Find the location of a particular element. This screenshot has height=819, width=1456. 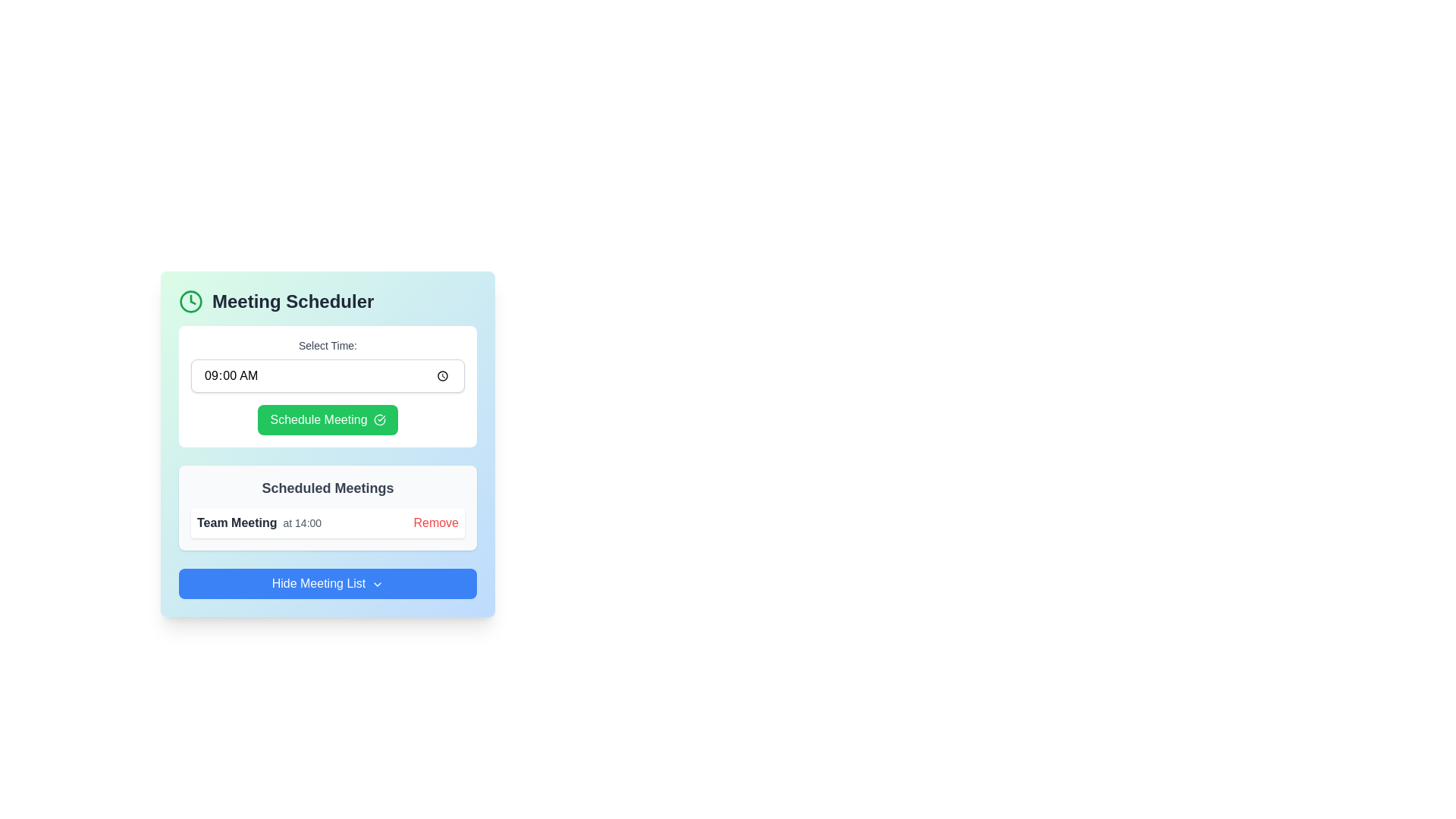

the circular graphical element representing the body of a clock icon in the SVG image, which is located at the center of the clock-shaped icon near the 'Meeting Scheduler' heading is located at coordinates (190, 301).